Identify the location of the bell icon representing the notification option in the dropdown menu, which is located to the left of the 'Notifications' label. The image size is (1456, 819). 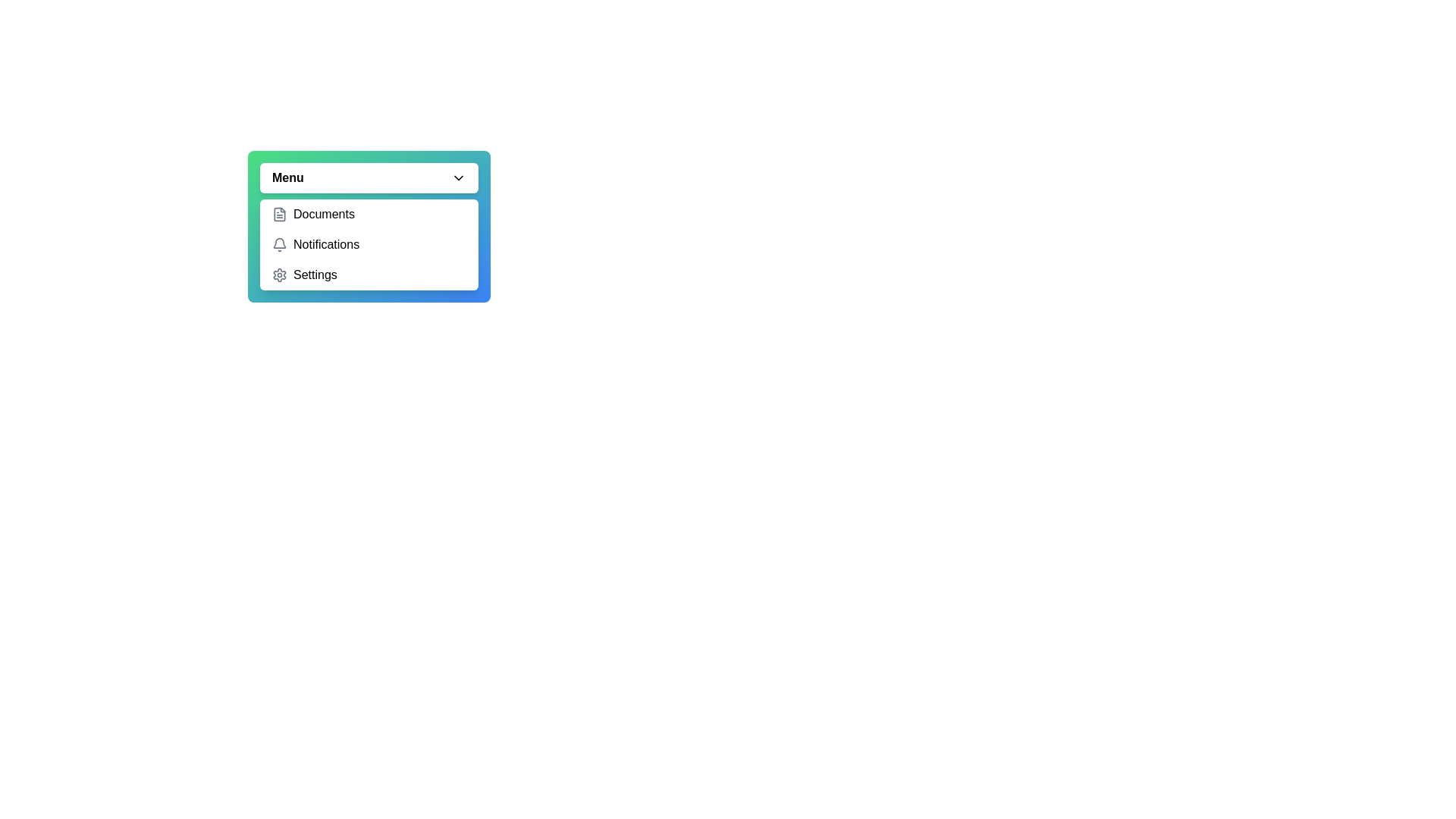
(280, 244).